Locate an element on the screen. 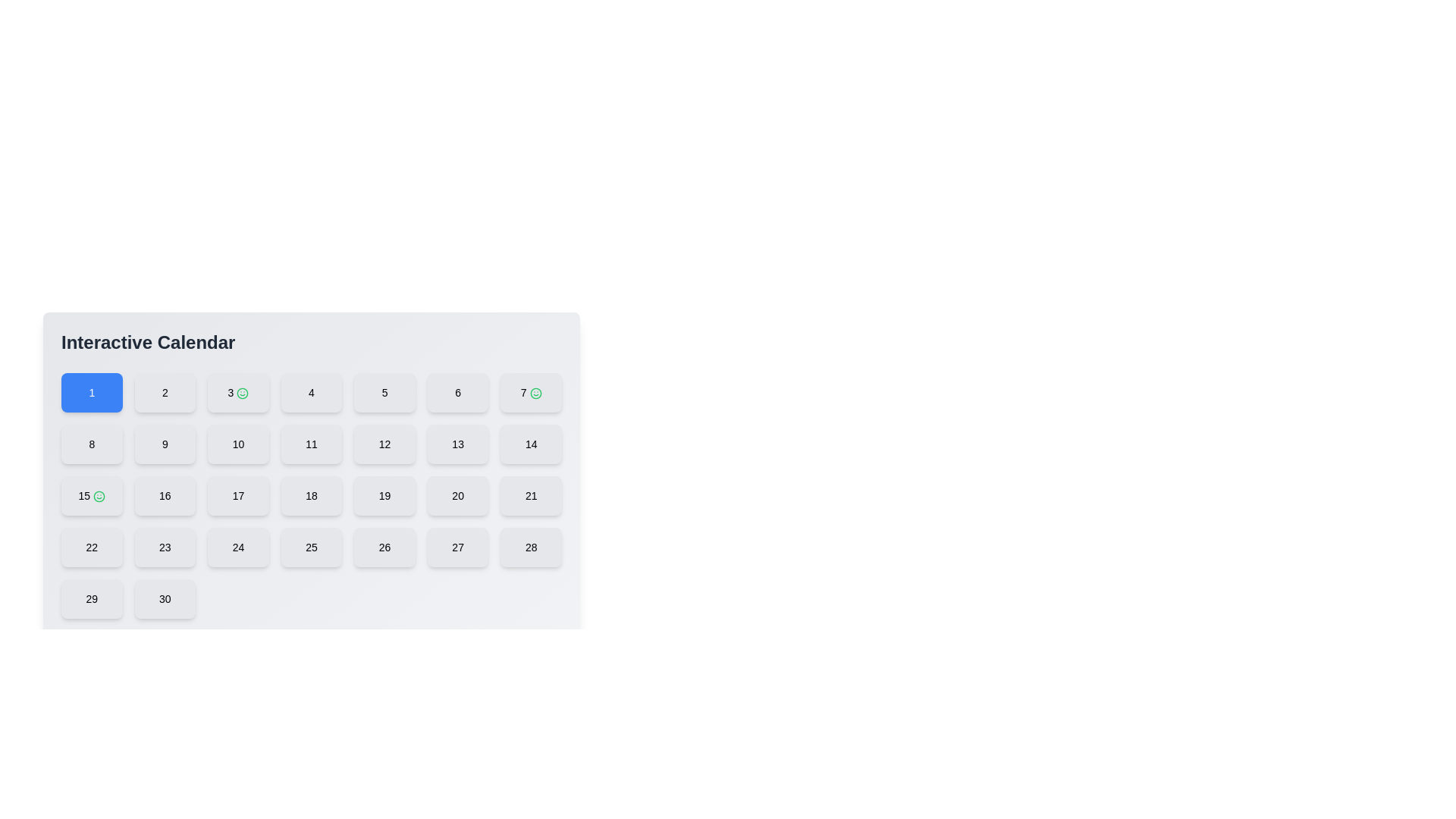  the clickable calendar date button representing the date '28', located in the seventh column of the fifth row to change its appearance is located at coordinates (531, 547).